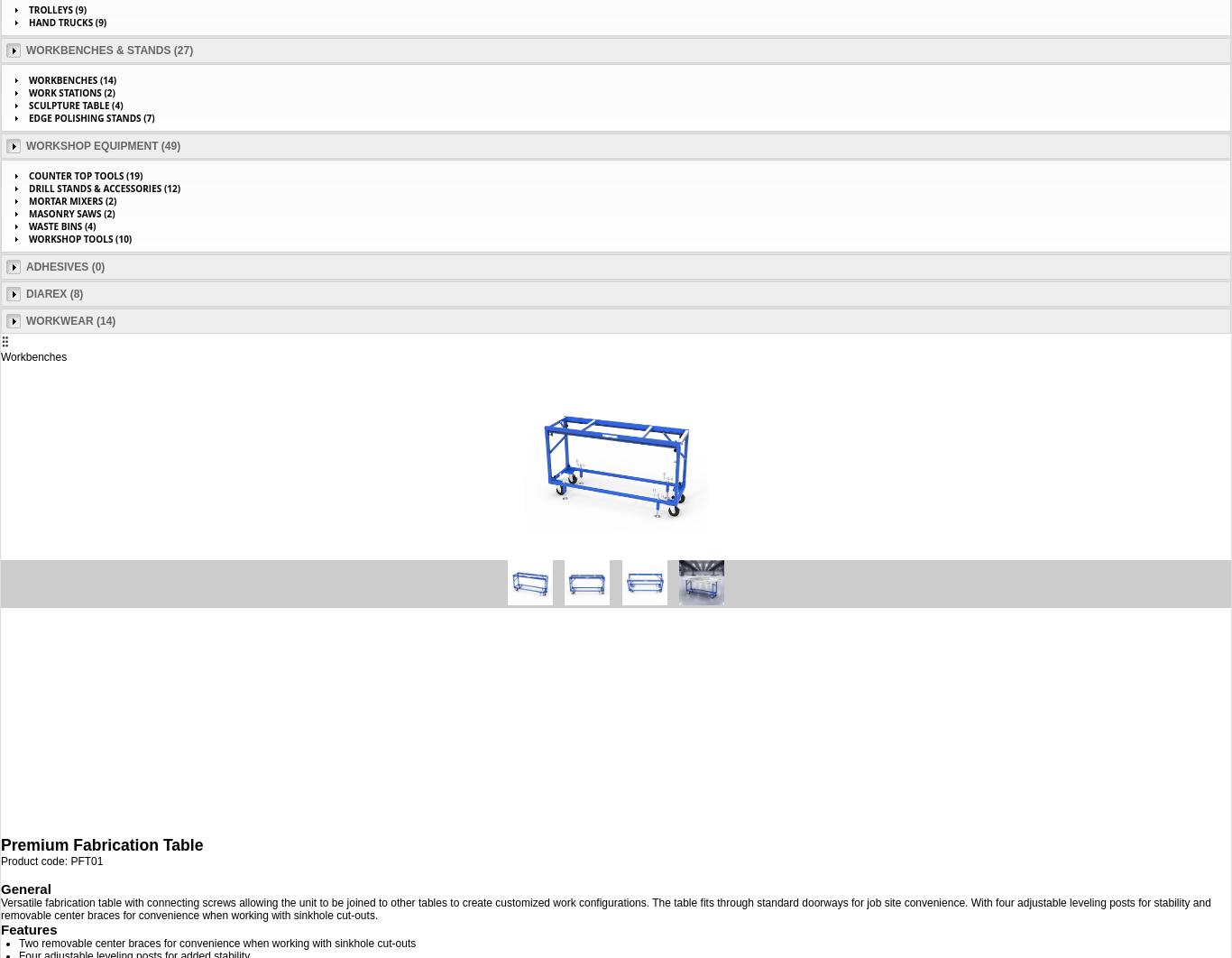  I want to click on 'Trolleys (9)', so click(58, 10).